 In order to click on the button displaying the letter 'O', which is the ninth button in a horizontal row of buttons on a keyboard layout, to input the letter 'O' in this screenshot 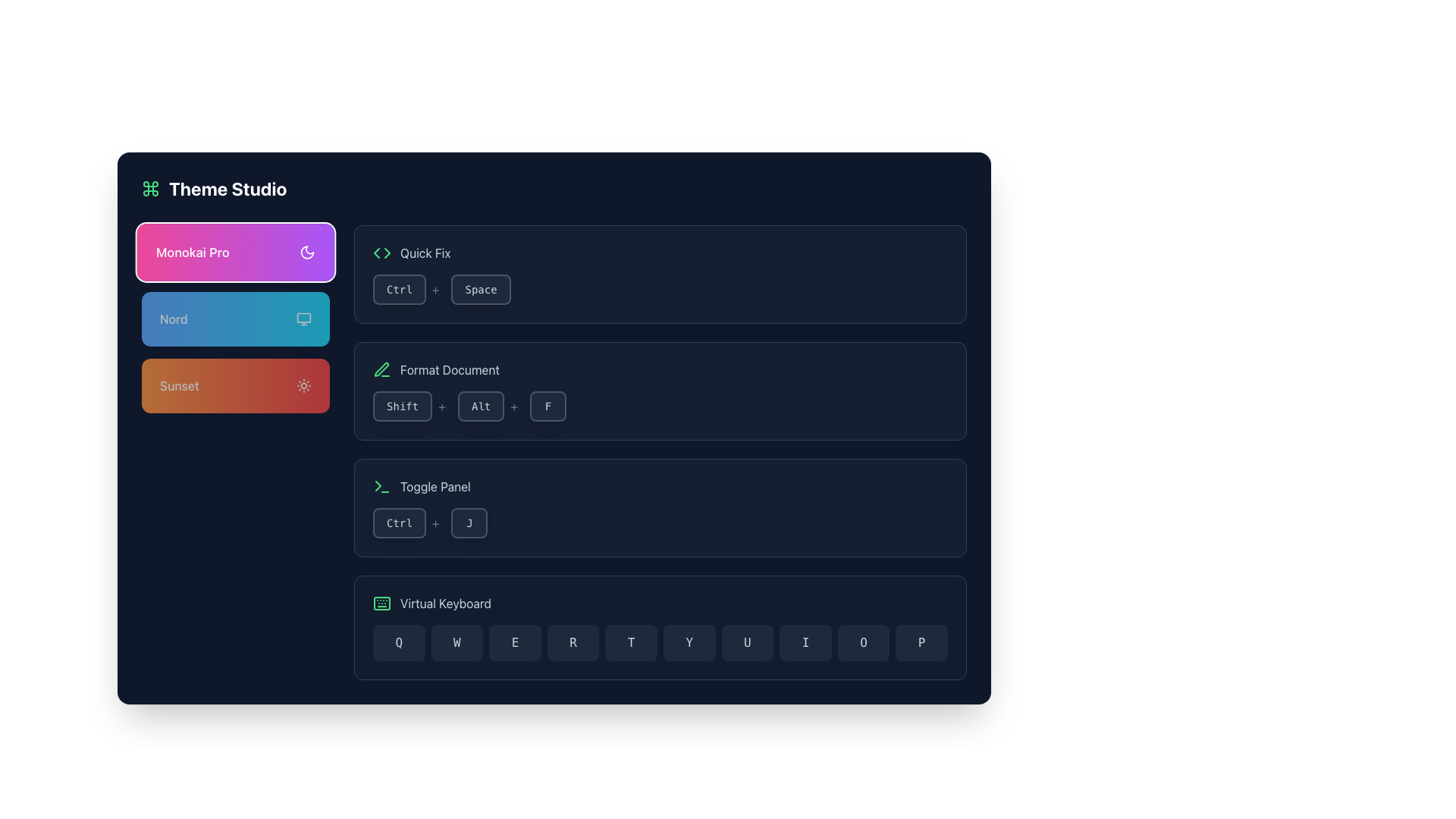, I will do `click(864, 643)`.